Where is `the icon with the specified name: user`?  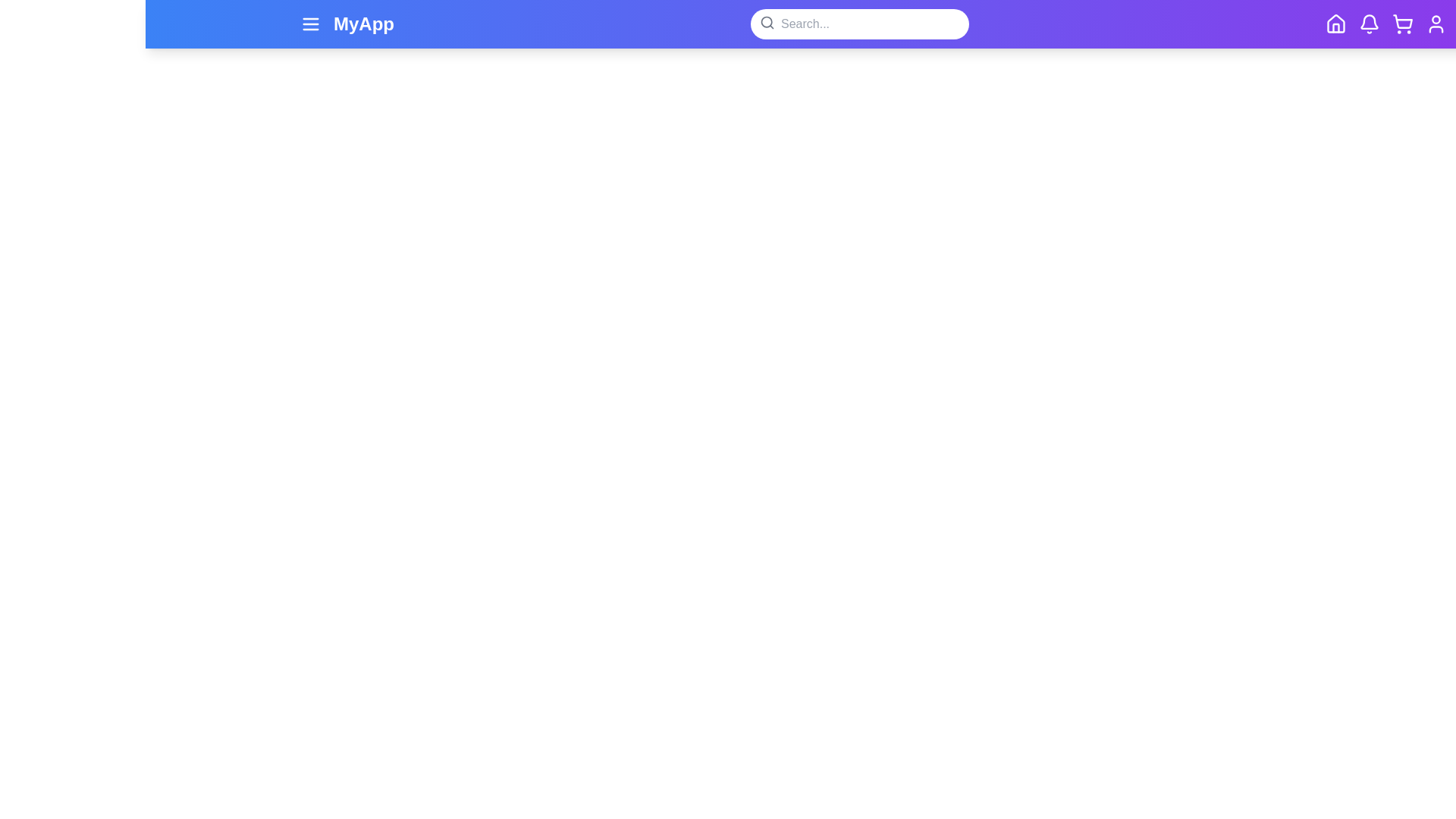 the icon with the specified name: user is located at coordinates (1436, 24).